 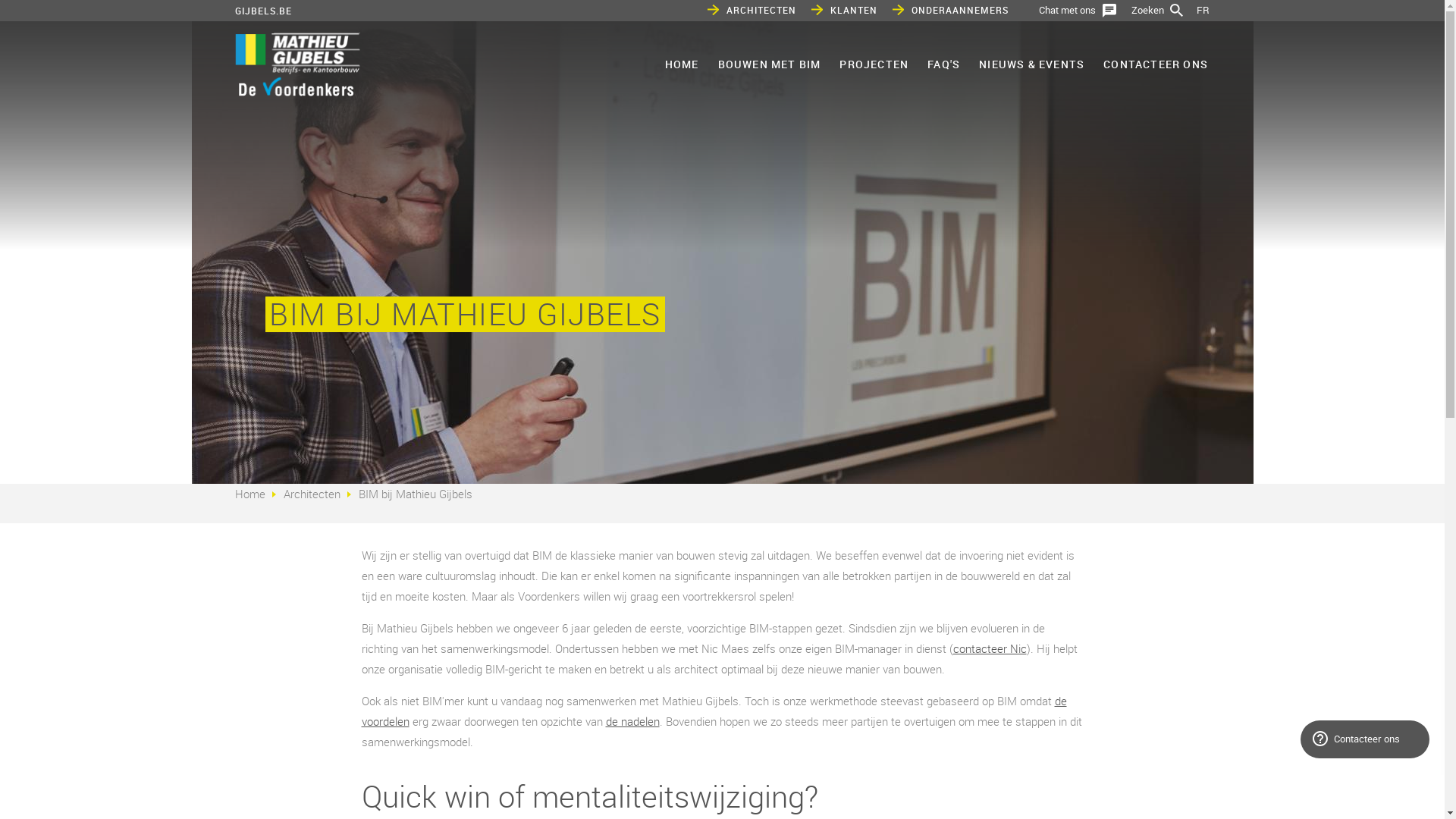 What do you see at coordinates (989, 648) in the screenshot?
I see `'contacteer Nic'` at bounding box center [989, 648].